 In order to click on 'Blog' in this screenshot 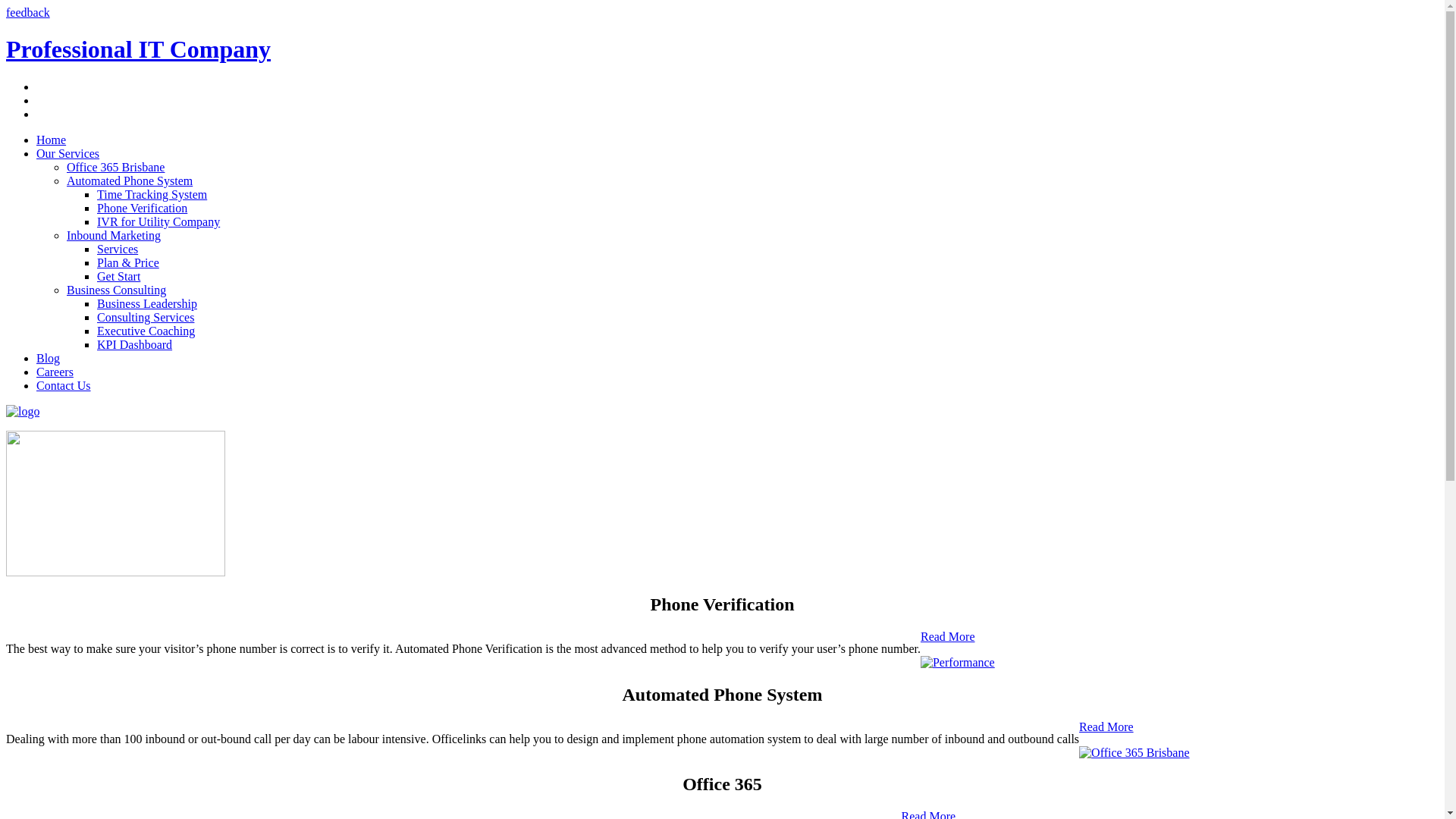, I will do `click(48, 358)`.